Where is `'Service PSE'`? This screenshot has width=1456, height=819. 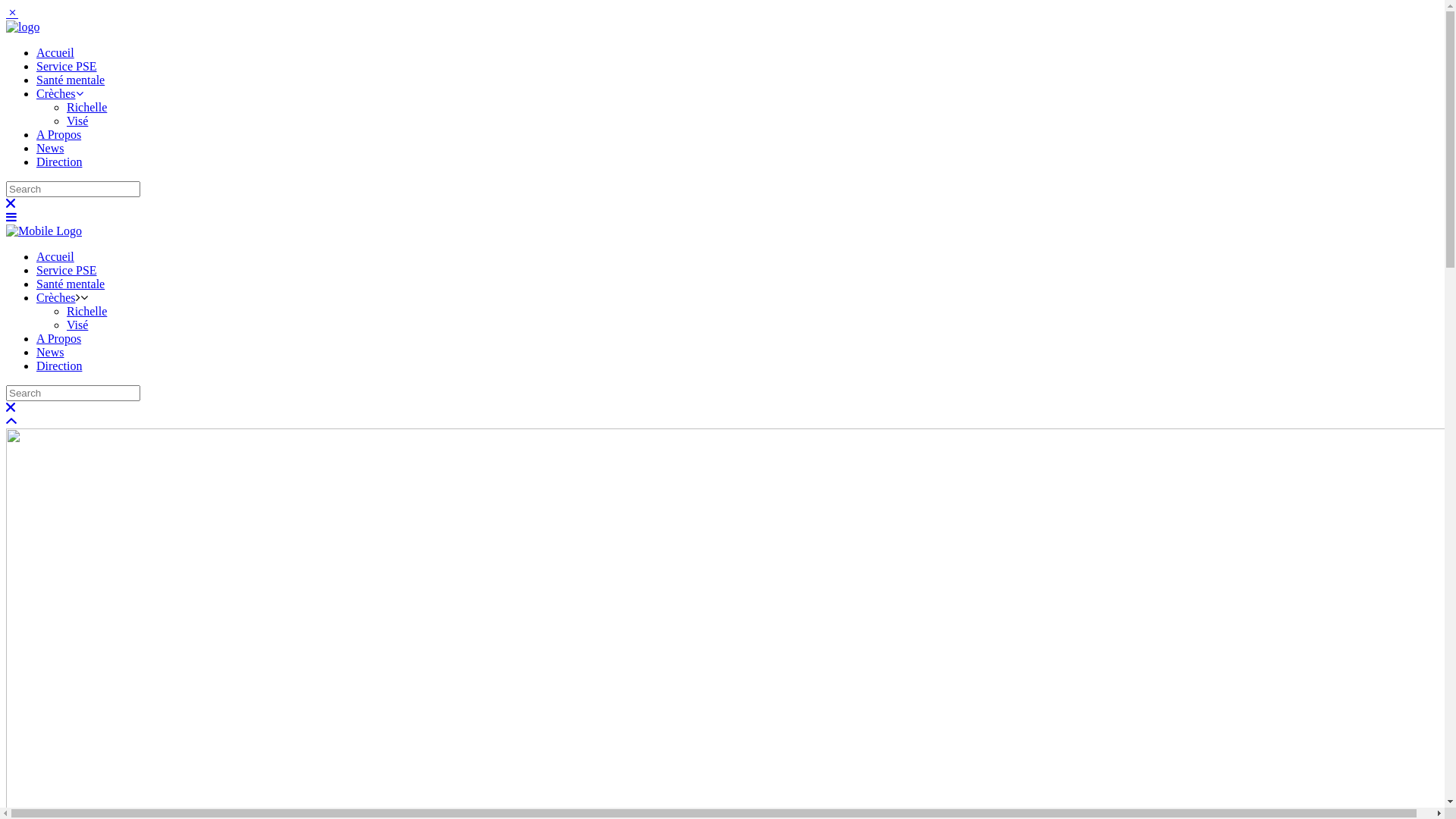 'Service PSE' is located at coordinates (65, 65).